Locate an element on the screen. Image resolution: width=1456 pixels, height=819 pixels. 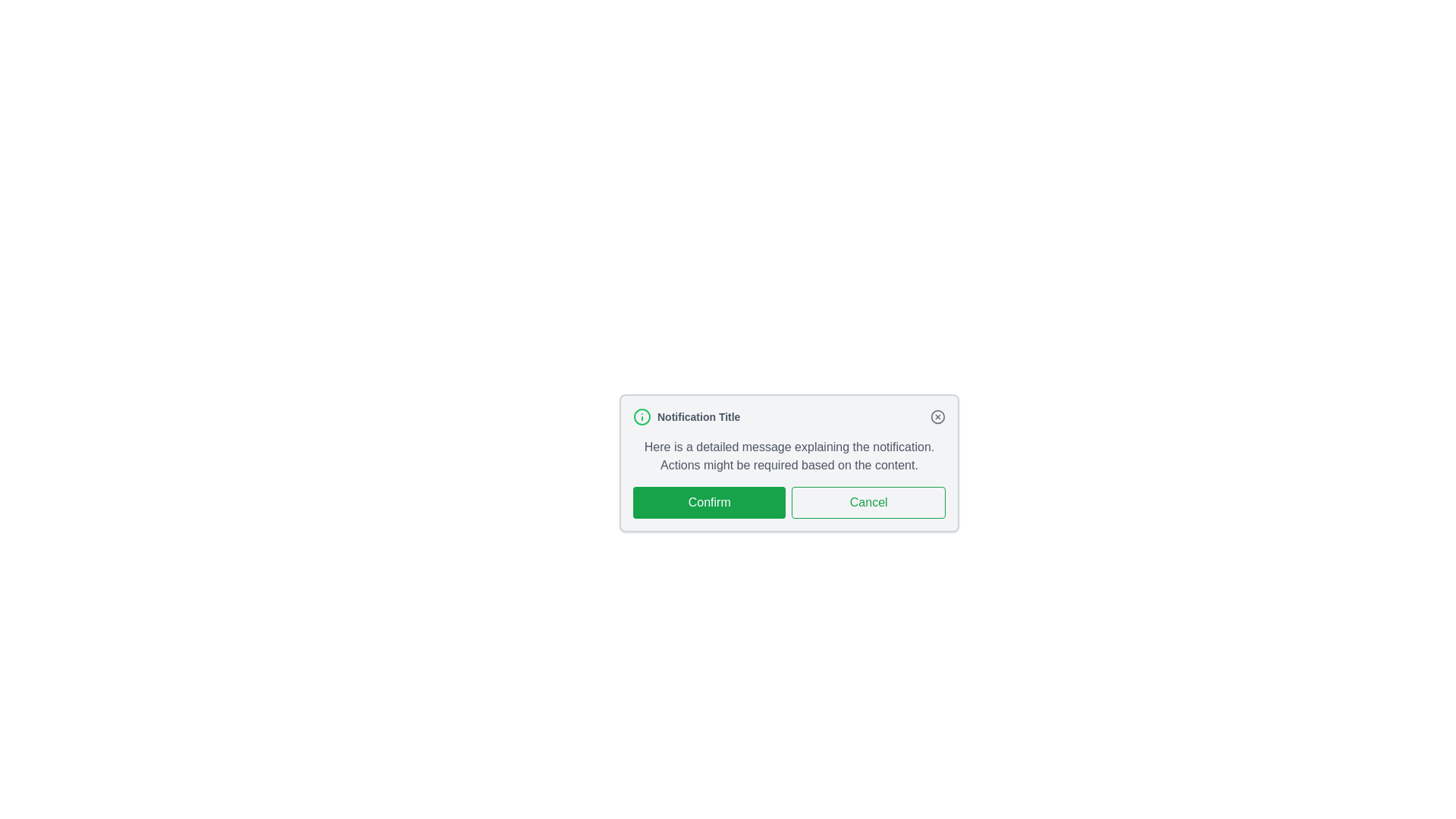
close button in the top-right corner of the notification panel is located at coordinates (937, 417).